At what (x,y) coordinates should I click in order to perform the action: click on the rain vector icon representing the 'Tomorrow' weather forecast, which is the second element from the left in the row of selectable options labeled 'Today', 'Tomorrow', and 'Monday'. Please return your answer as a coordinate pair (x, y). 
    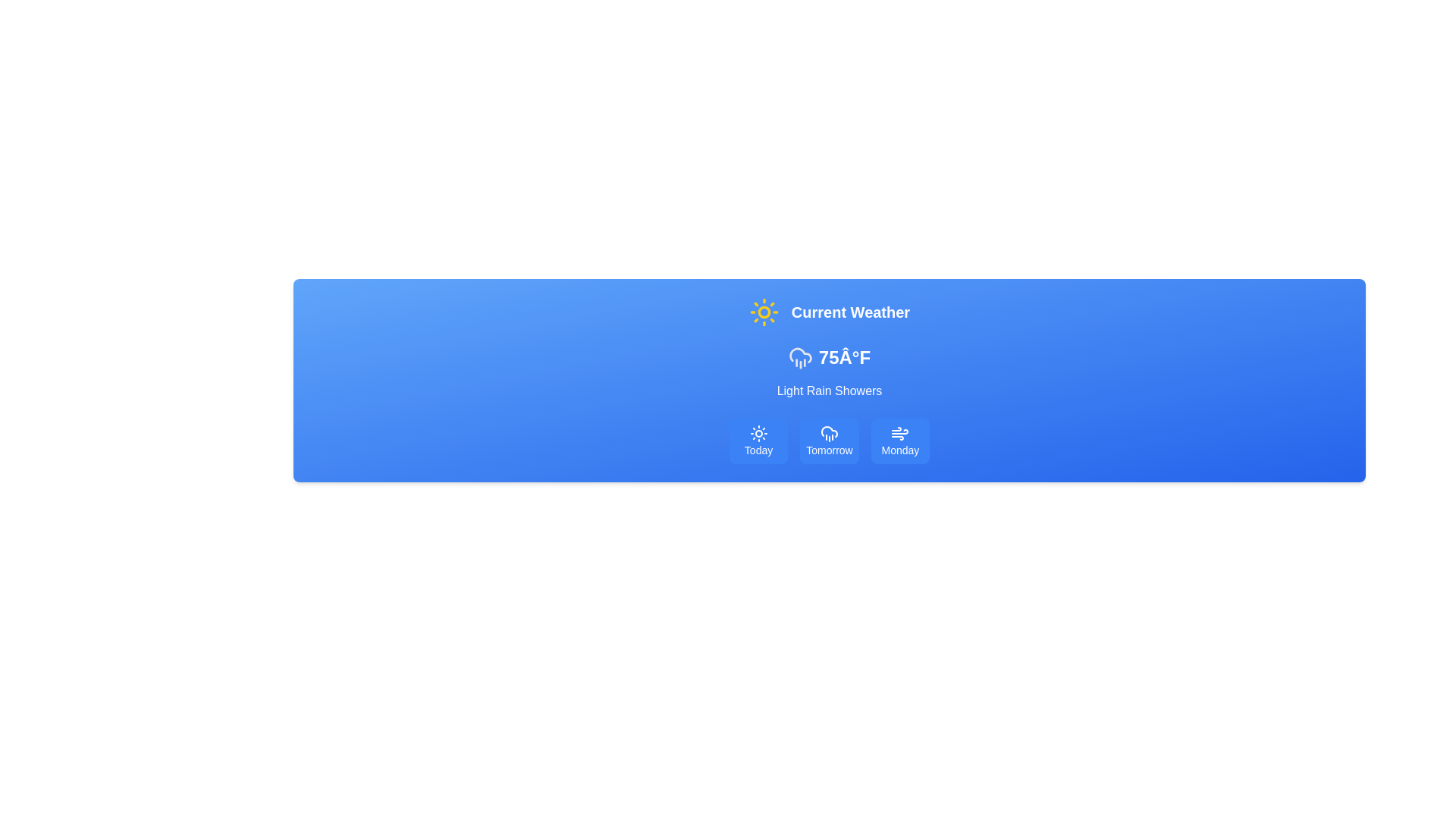
    Looking at the image, I should click on (829, 433).